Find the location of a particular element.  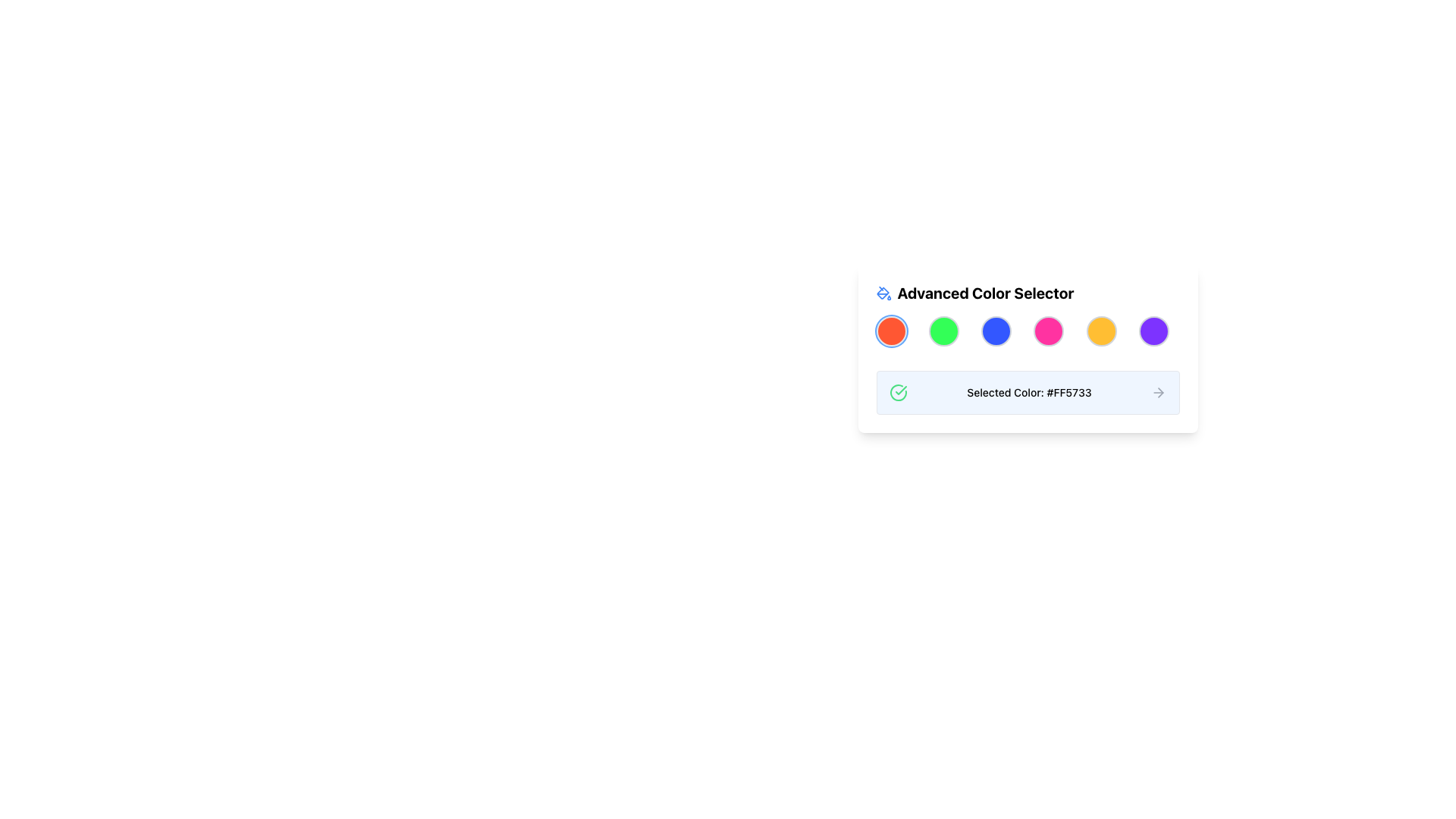

the second circular button with a green background in the 'Advanced Color Selector' interface is located at coordinates (943, 330).